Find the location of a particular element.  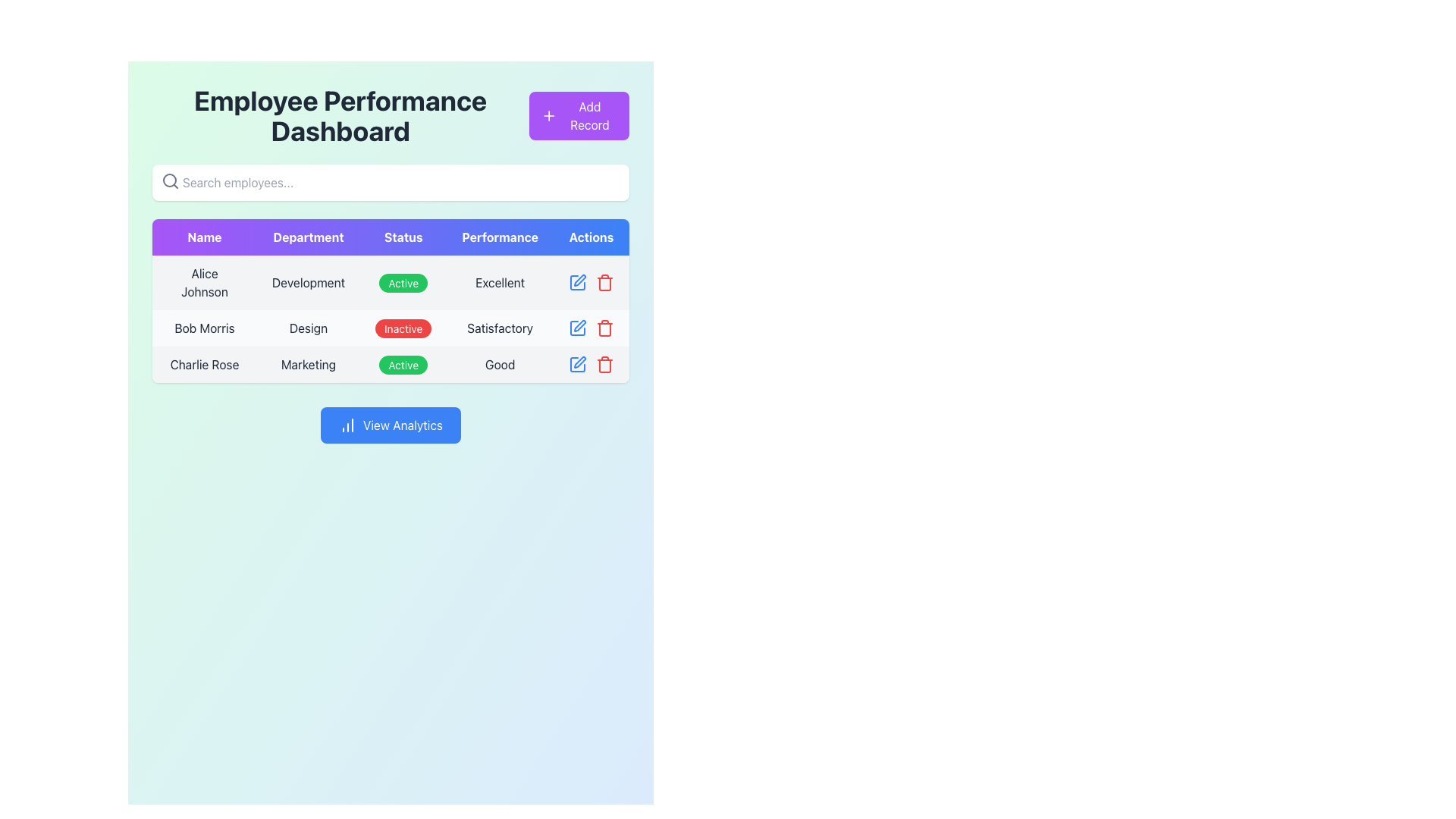

the Table Header Row element that indicates the column categories for the rows underneath is located at coordinates (391, 237).